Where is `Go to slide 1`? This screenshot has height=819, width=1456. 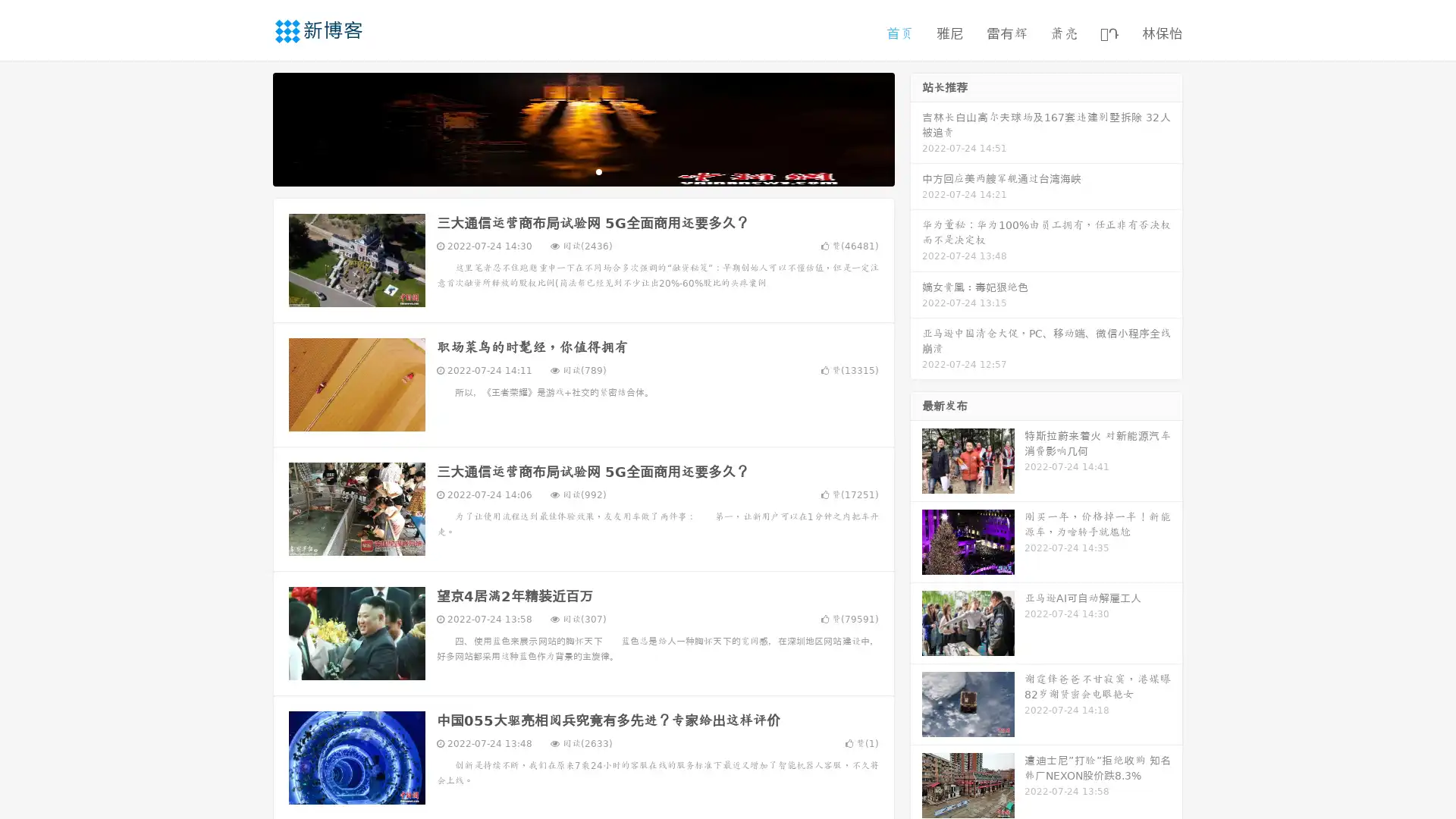 Go to slide 1 is located at coordinates (567, 171).